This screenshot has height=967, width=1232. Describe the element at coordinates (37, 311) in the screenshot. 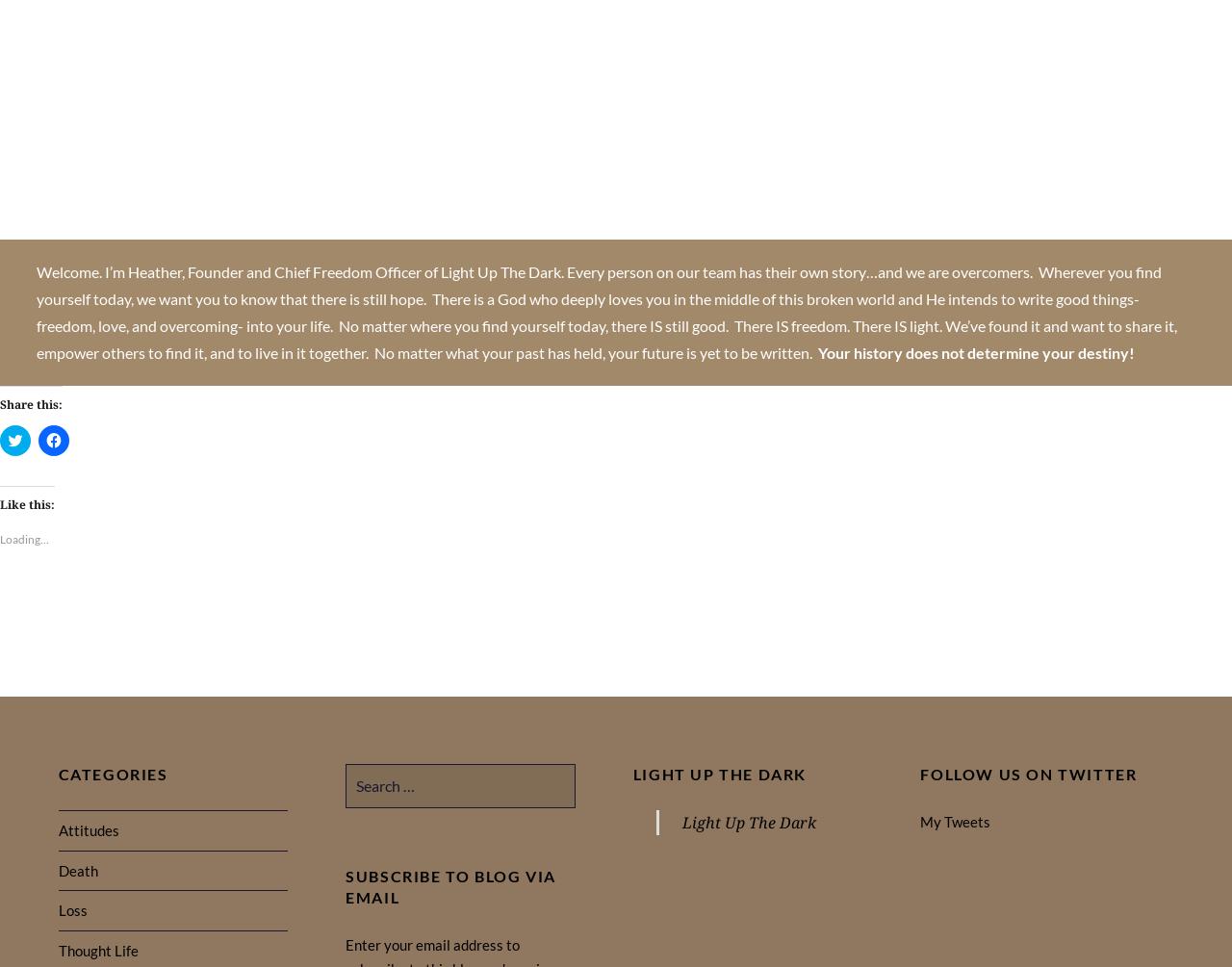

I see `'Welcome. I’m Heather, Founder and Chief Freedom Officer of Light Up The Dark. Every person on our team has their own story…and we are overcomers.  Wherever you find yourself today, we want you to know that there is still hope.  There is a God who deeply loves you in the middle of this broken world and He intends to write good things- freedom, love, and overcoming- into your life.  No matter where you find yourself today, there IS still good.  There IS freedom. There IS light. We’ve found it and want to share it, empower others to find it, and to live in it together.  No matter what your past has held, your future is yet to be written.'` at that location.